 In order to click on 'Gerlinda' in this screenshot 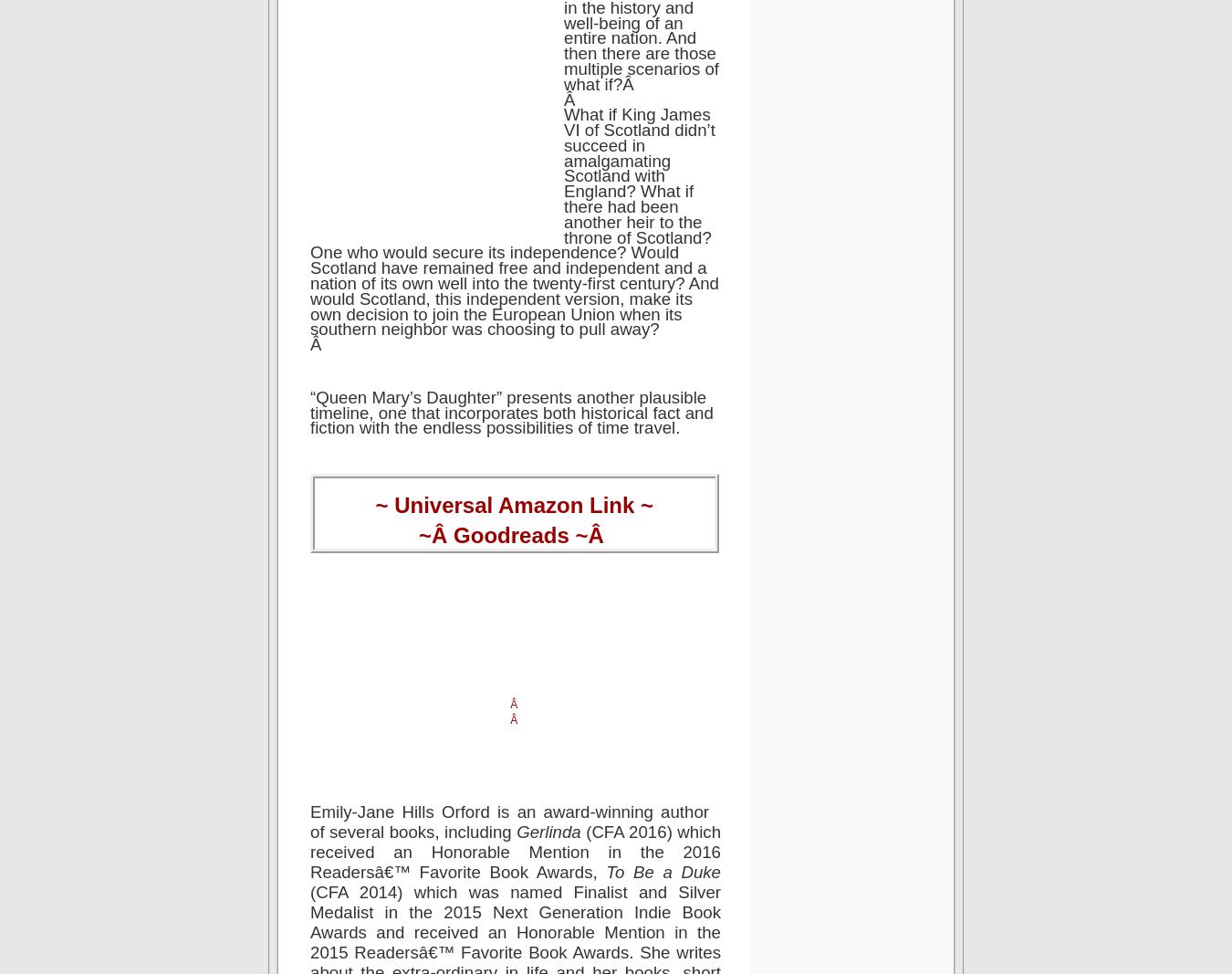, I will do `click(550, 832)`.